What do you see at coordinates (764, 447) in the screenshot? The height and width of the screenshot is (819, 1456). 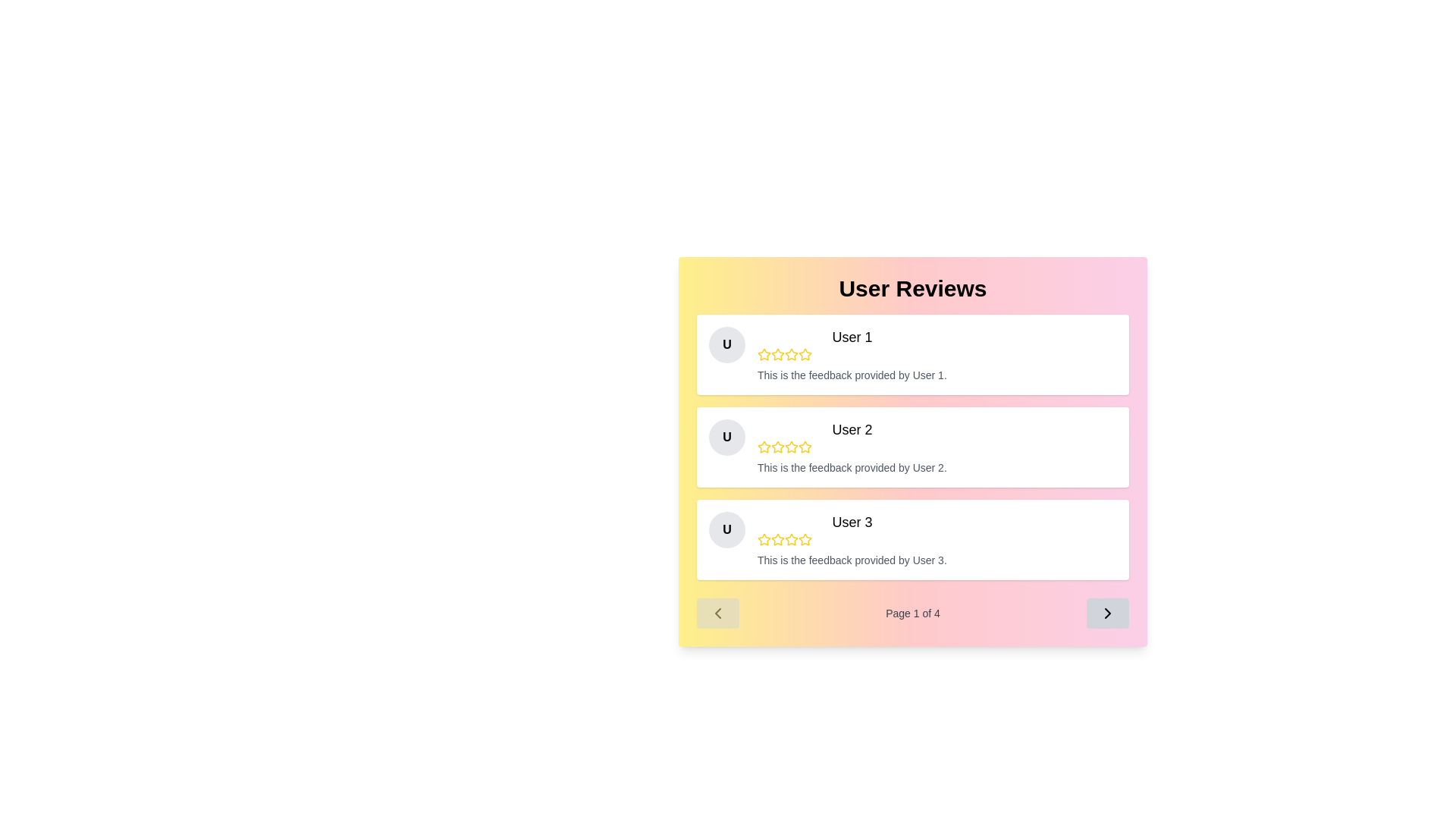 I see `the first yellow star icon in the user review section, which is part of a sequence of five stars representing a rating, located in the second card of the user review section` at bounding box center [764, 447].